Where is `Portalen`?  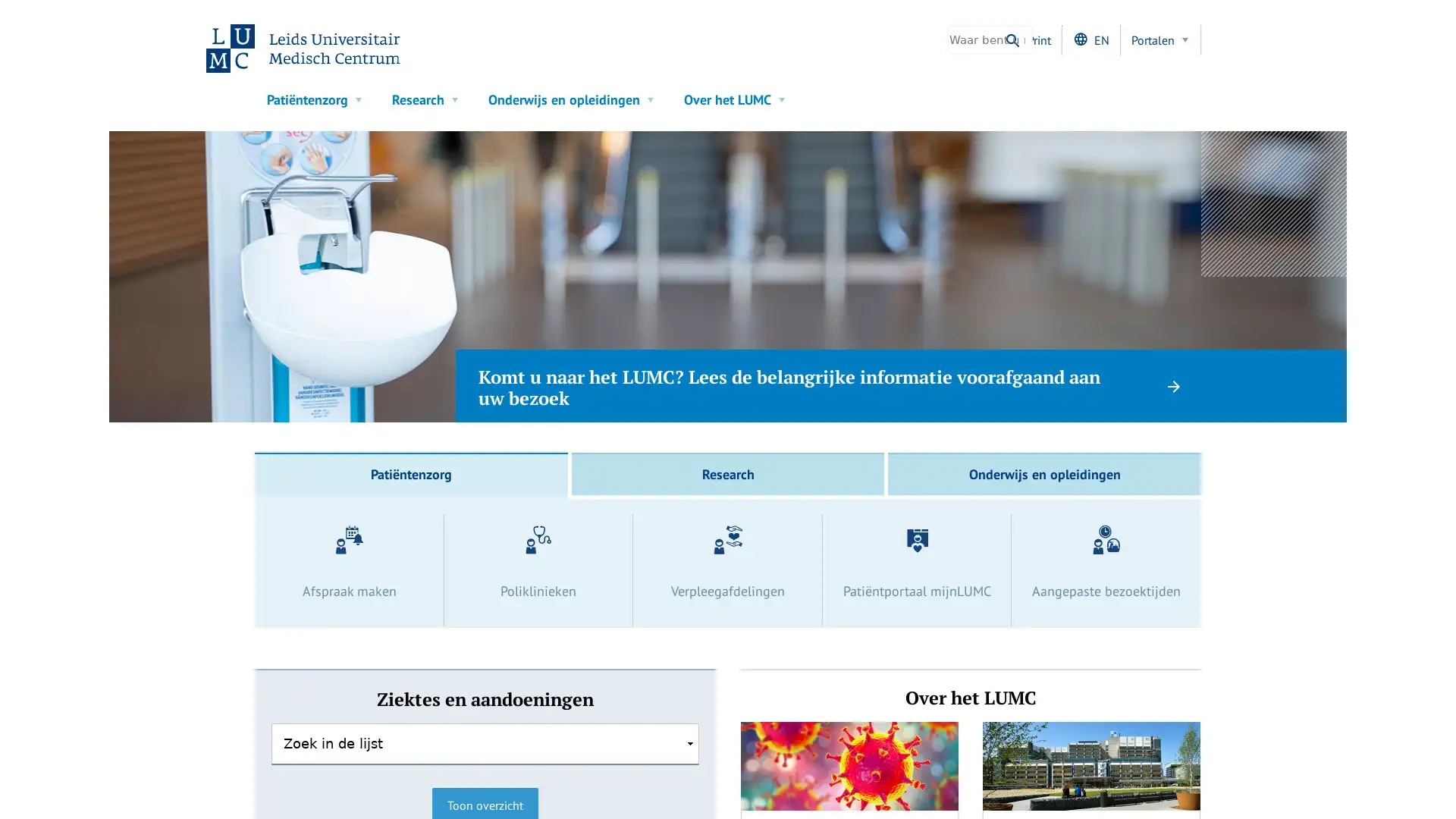
Portalen is located at coordinates (1160, 39).